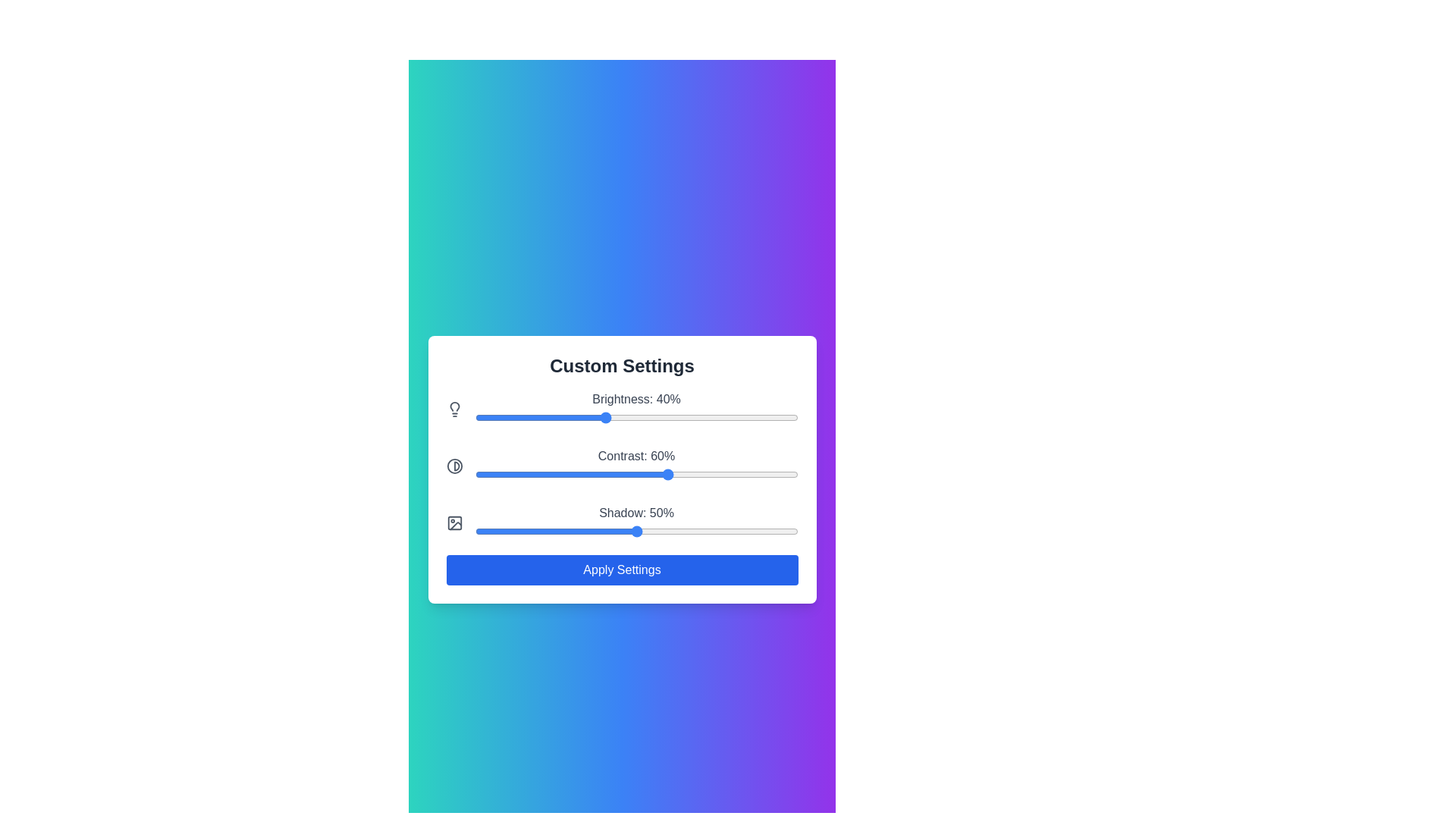 The width and height of the screenshot is (1456, 819). What do you see at coordinates (643, 530) in the screenshot?
I see `the Shadow slider to set its value to 52` at bounding box center [643, 530].